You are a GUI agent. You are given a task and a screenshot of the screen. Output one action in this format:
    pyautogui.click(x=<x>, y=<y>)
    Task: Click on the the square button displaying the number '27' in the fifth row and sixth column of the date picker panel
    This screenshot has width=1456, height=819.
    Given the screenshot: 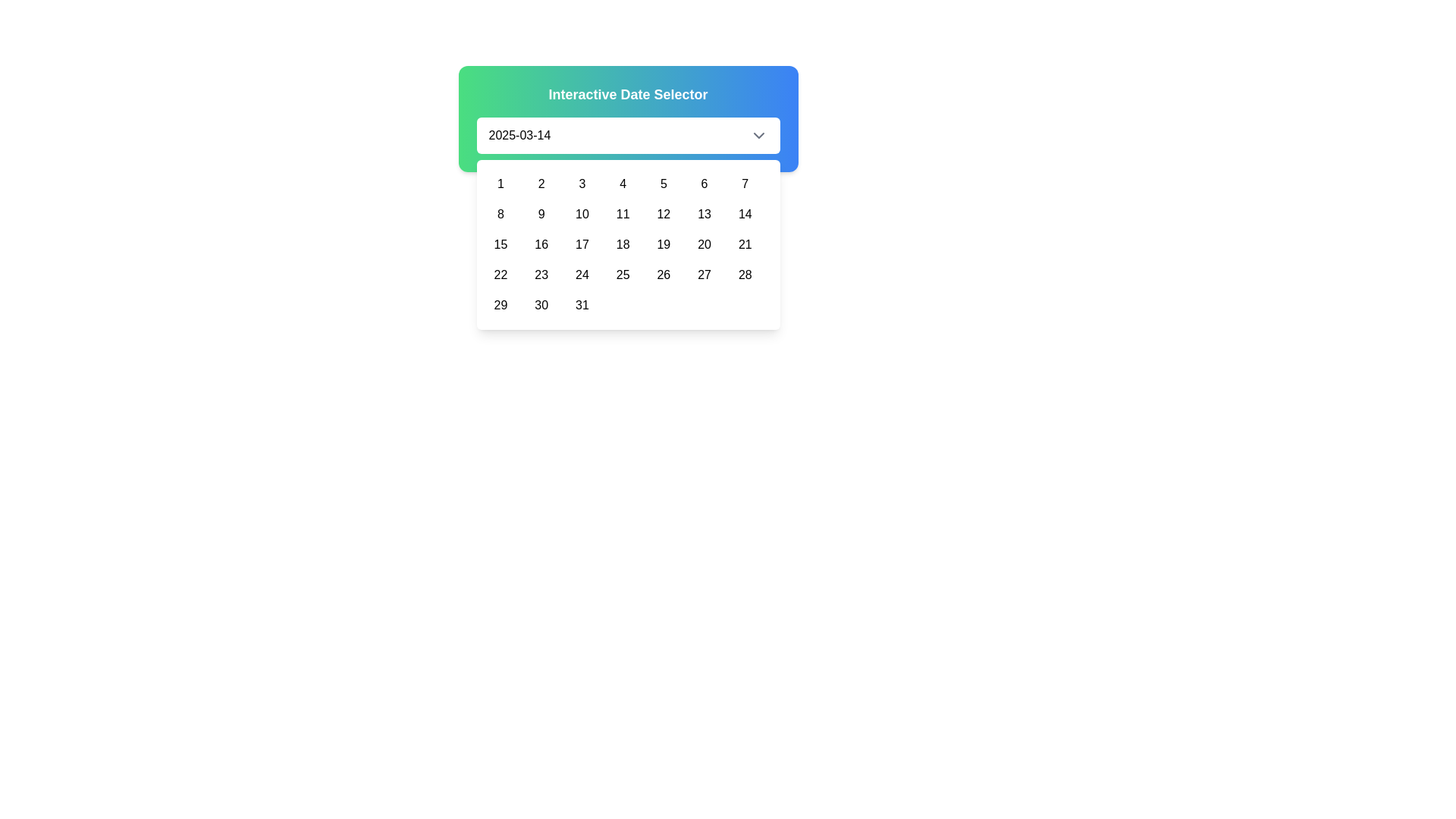 What is the action you would take?
    pyautogui.click(x=704, y=275)
    